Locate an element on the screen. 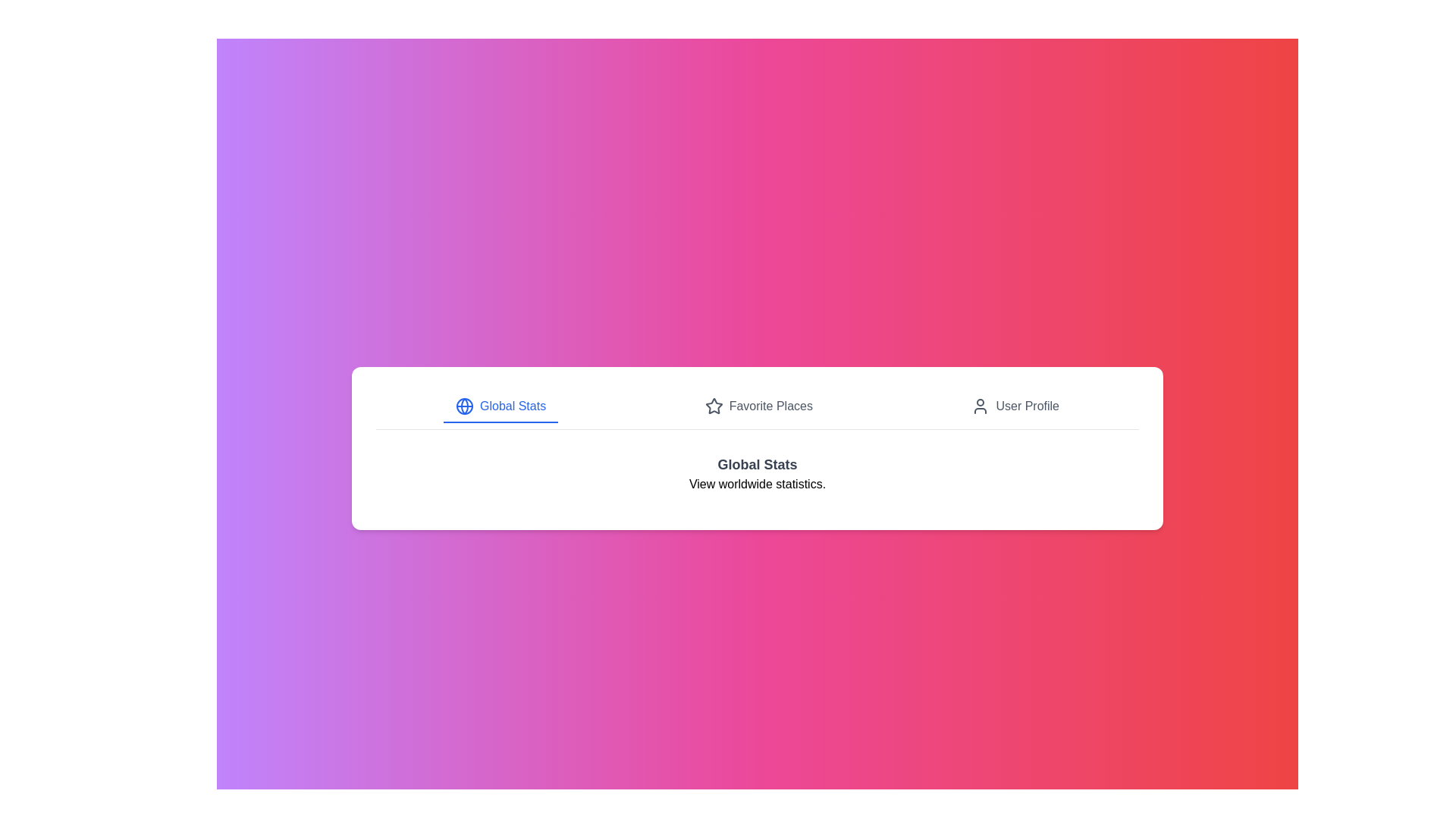 This screenshot has height=819, width=1456. the circular globe icon located to the left of the 'Global Stats' button in the navigation section is located at coordinates (464, 405).